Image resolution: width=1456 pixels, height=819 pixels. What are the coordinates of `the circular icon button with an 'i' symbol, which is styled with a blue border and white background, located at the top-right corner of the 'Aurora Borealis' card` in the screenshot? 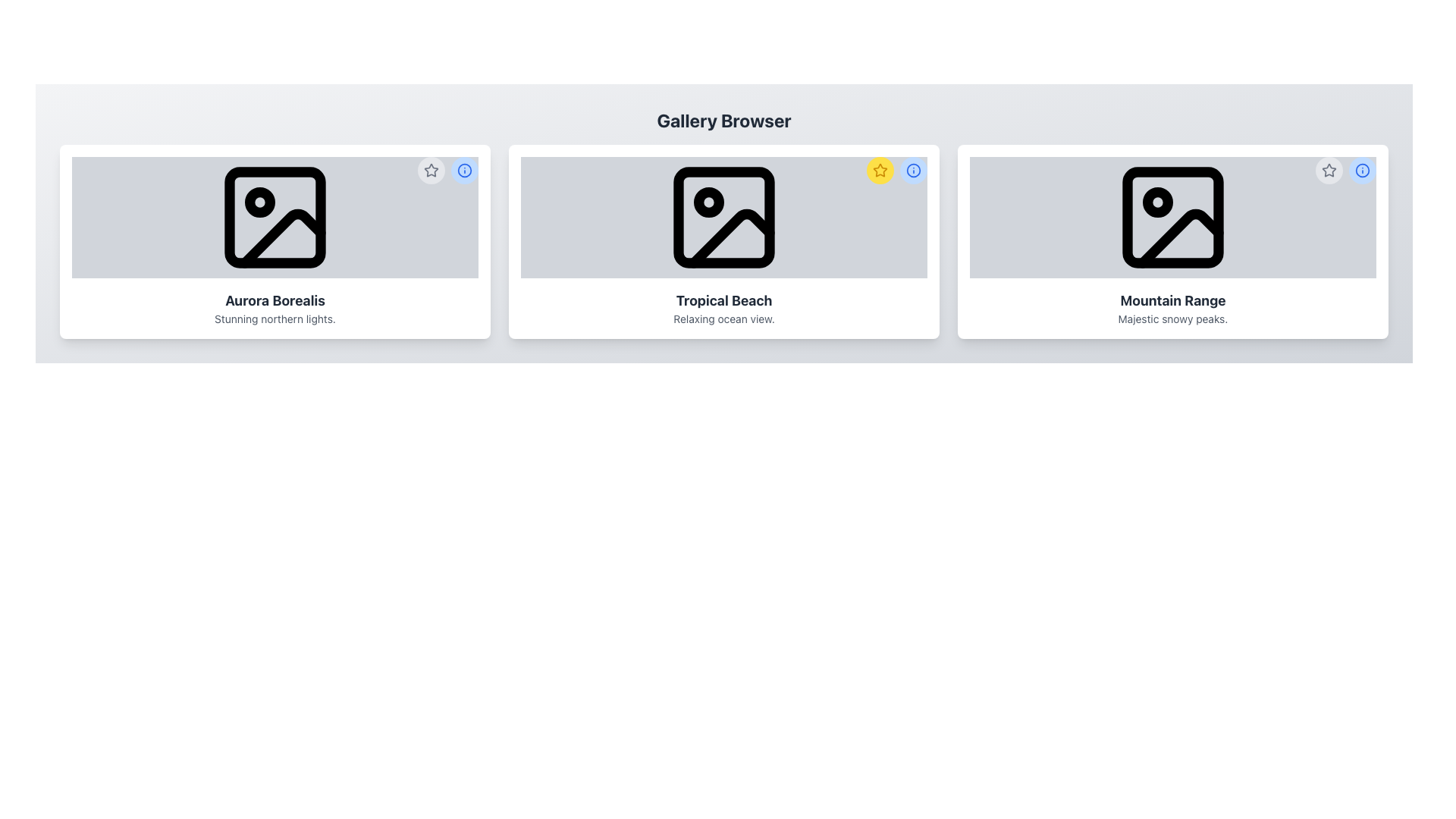 It's located at (464, 170).